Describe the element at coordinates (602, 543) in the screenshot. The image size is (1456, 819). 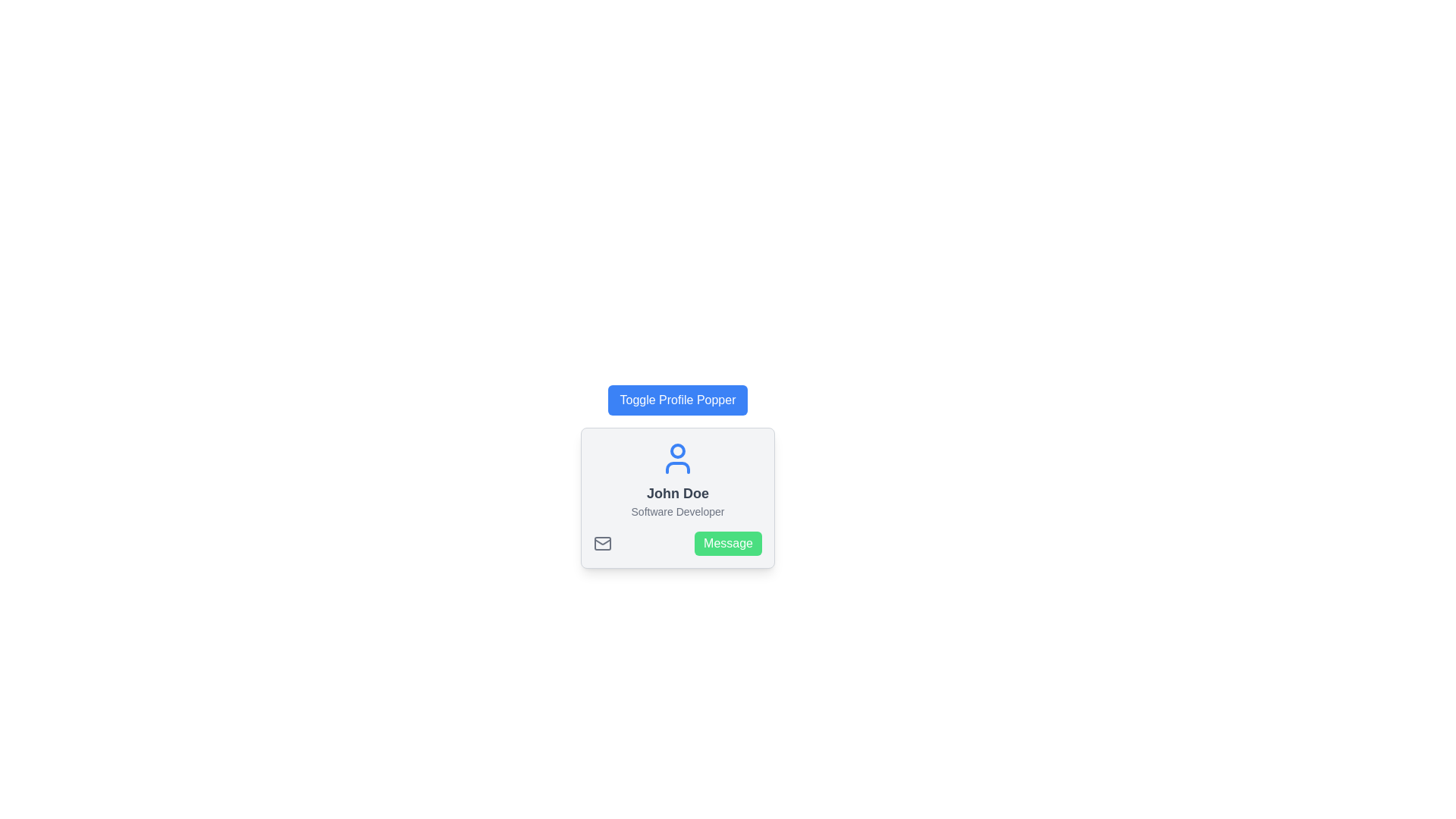
I see `the decorative graphical element of the envelope icon located in the bottom-left area of the user card, using surrounding clickable regions if interactive behavior is associated` at that location.